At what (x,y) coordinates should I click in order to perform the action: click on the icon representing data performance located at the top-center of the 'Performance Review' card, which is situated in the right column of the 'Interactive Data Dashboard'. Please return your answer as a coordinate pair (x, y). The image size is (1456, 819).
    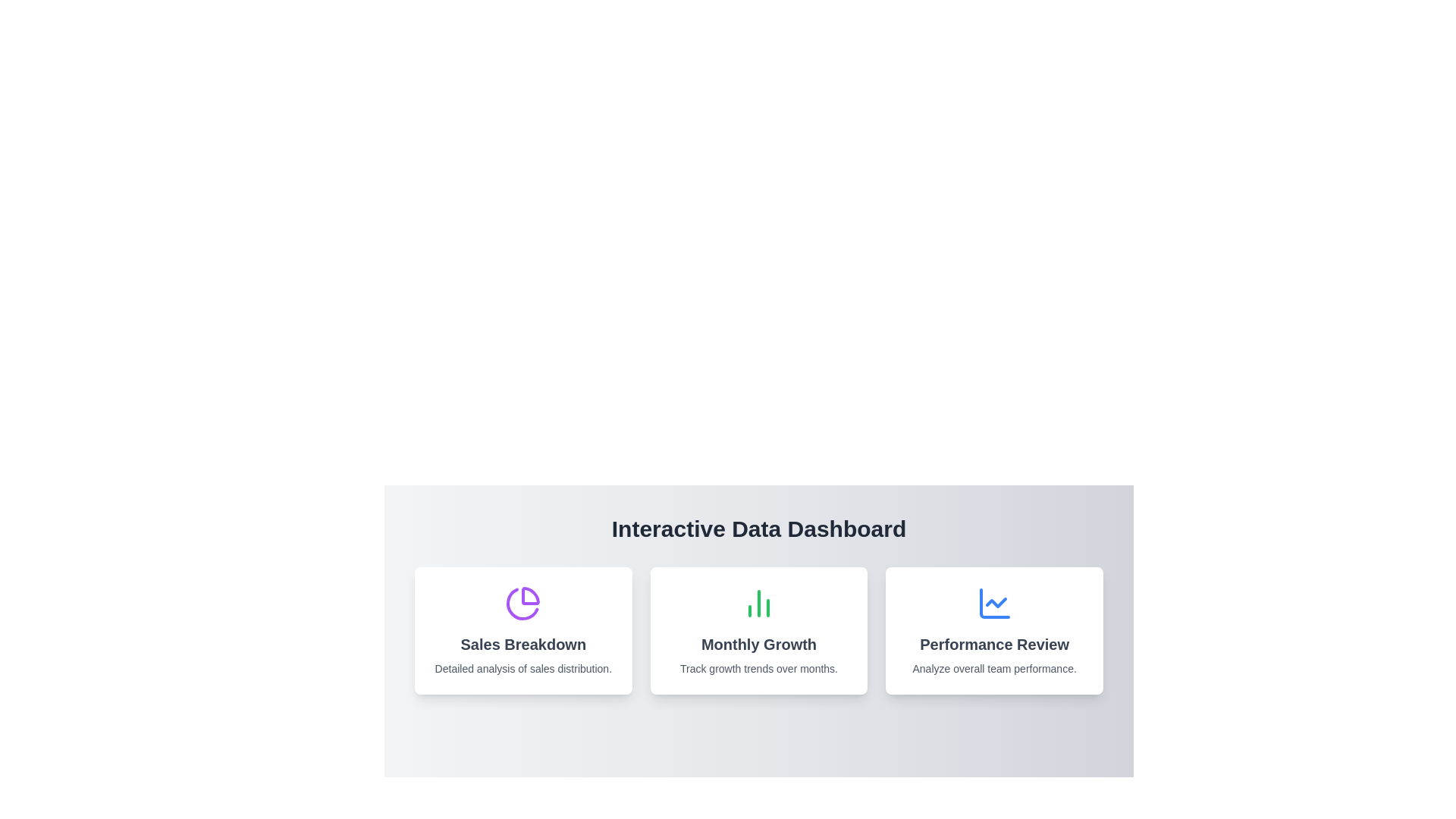
    Looking at the image, I should click on (994, 602).